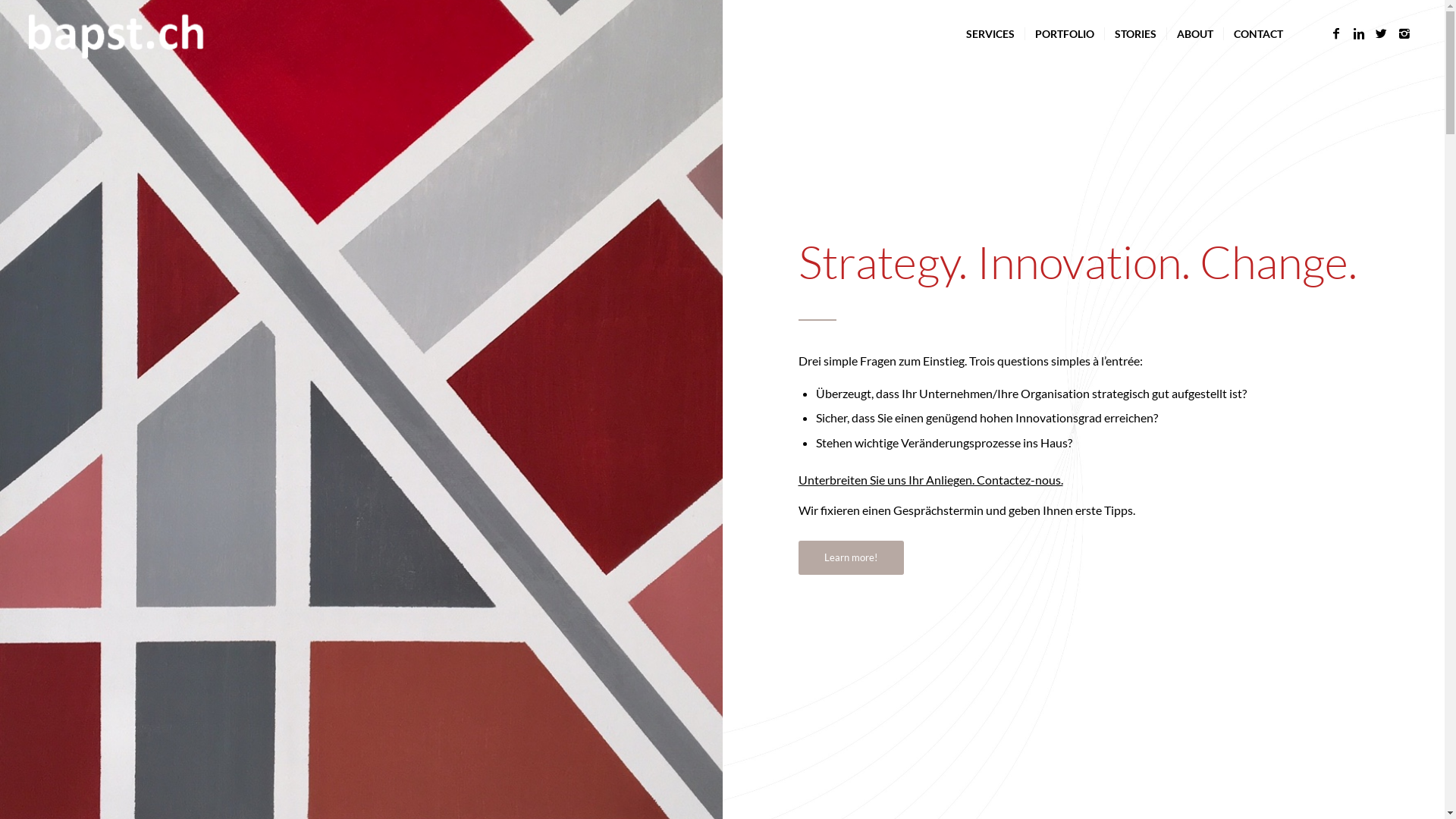  What do you see at coordinates (1194, 34) in the screenshot?
I see `'ABOUT'` at bounding box center [1194, 34].